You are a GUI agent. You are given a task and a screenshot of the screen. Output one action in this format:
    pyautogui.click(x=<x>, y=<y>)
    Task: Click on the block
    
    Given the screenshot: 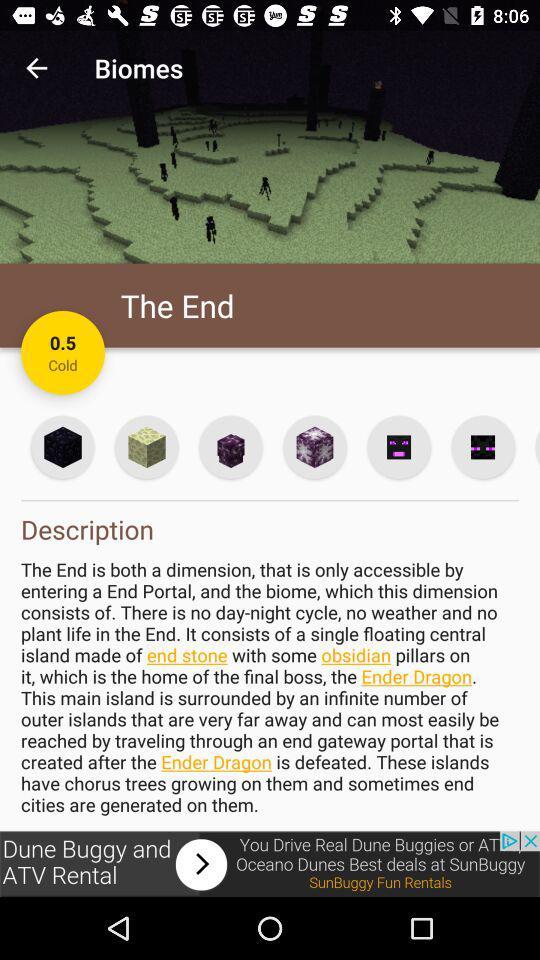 What is the action you would take?
    pyautogui.click(x=314, y=447)
    